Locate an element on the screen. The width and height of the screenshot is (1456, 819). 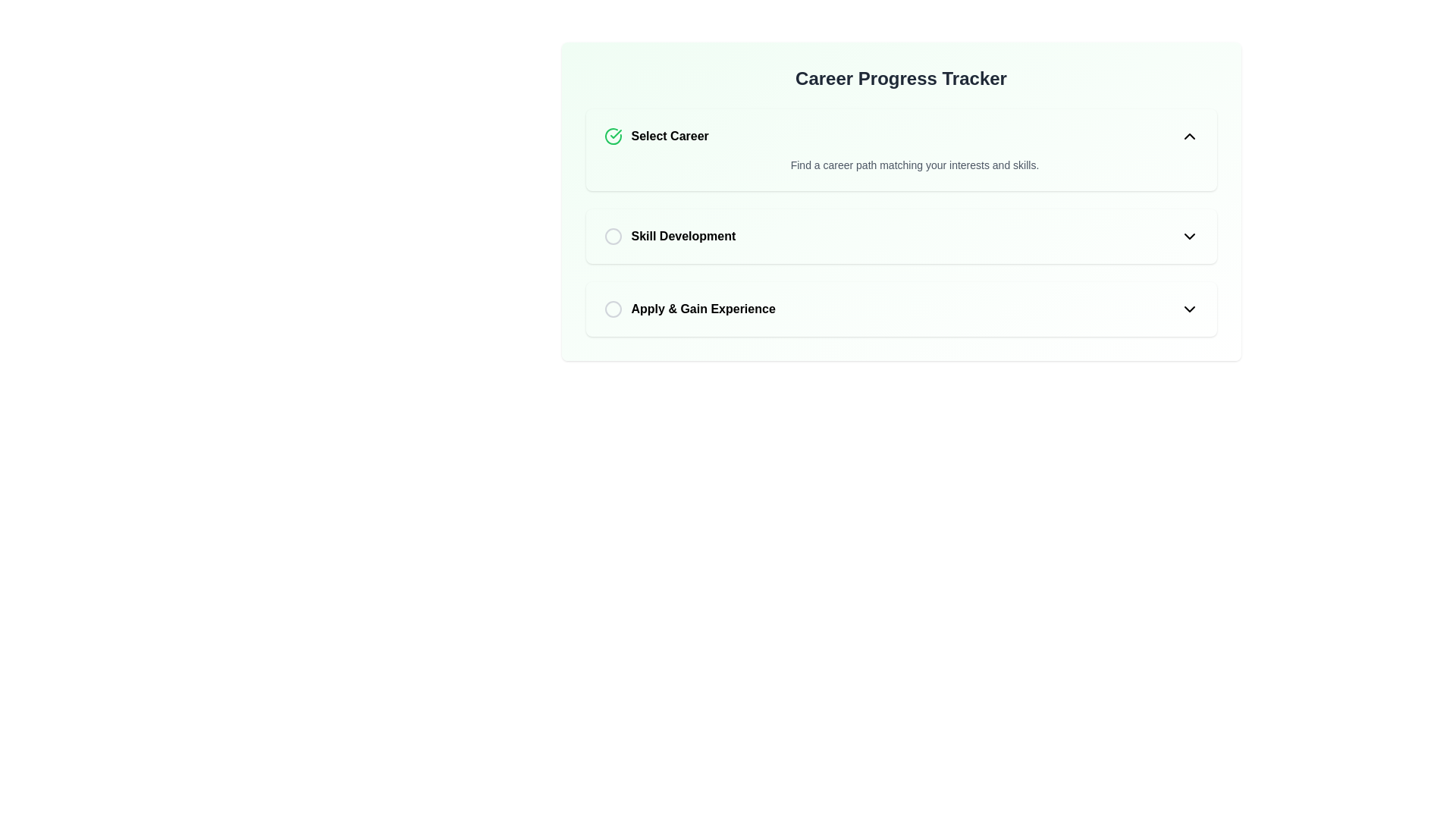
the dropdown menu trigger for the 'Skill Development' section, which is positioned below the 'Select Career' section and above the 'Apply & Gain Experience' section is located at coordinates (901, 237).